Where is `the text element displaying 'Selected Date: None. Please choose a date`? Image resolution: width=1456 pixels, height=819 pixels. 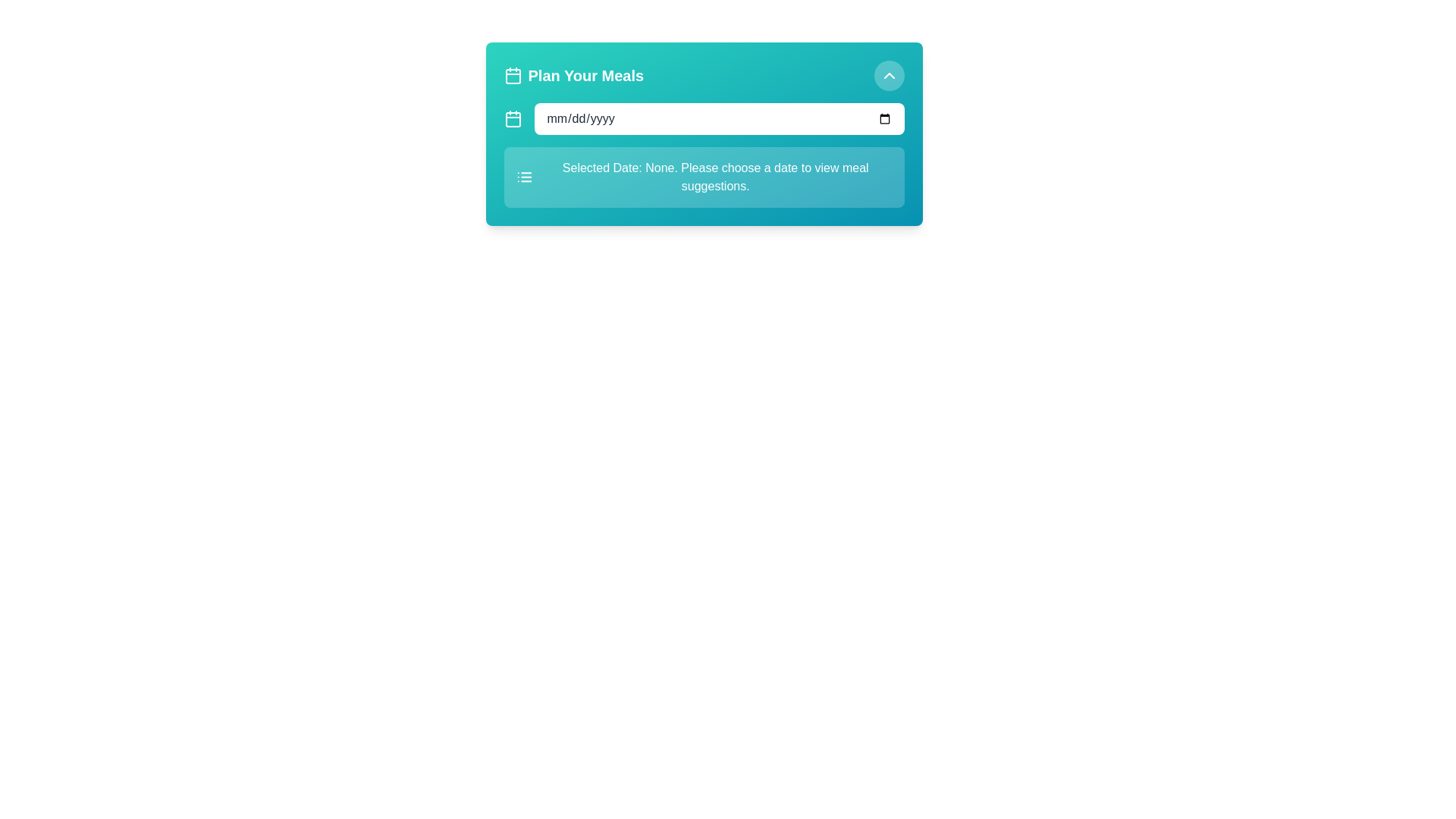
the text element displaying 'Selected Date: None. Please choose a date is located at coordinates (714, 177).